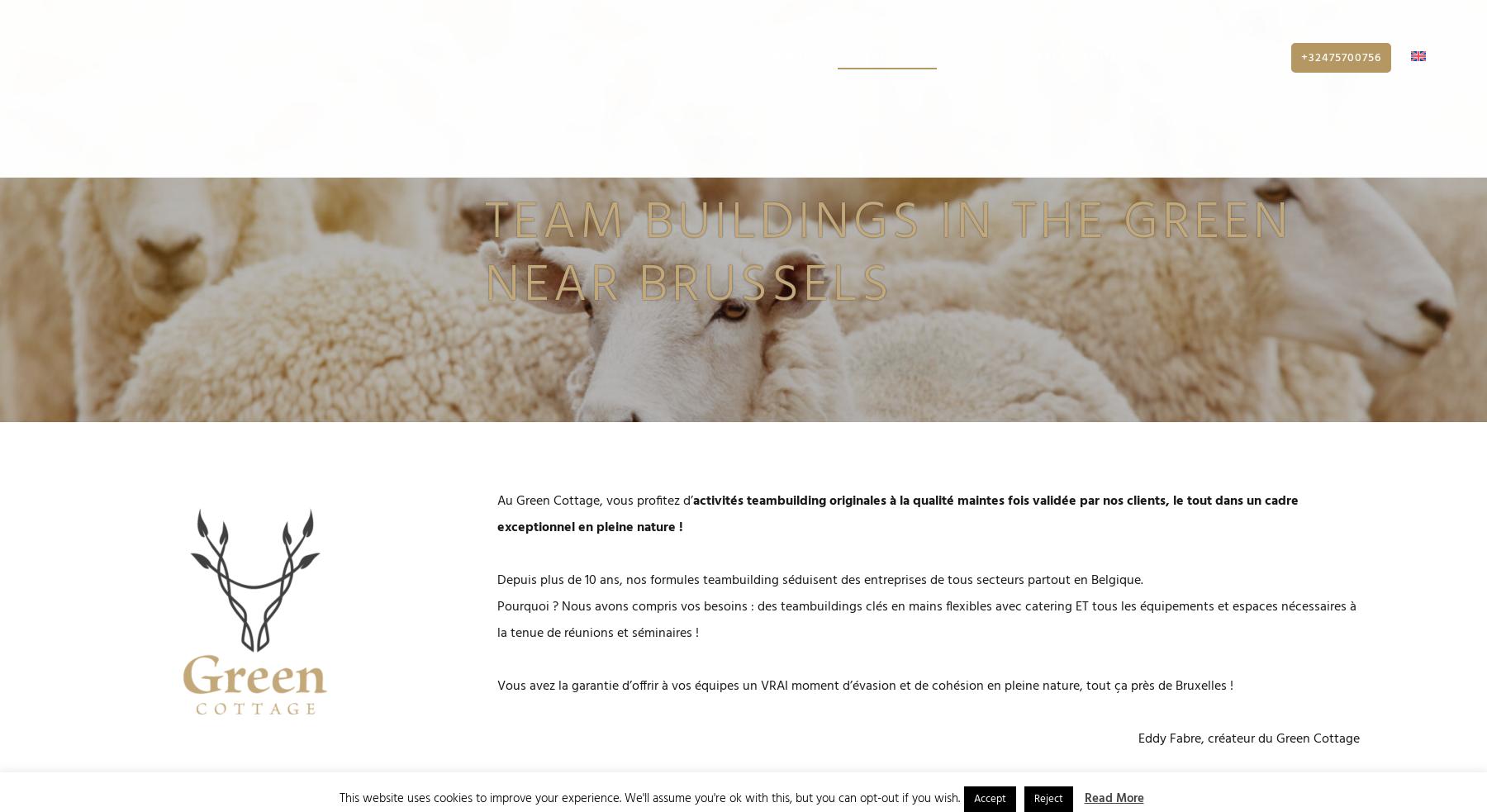  I want to click on '+32475700756', so click(1340, 65).